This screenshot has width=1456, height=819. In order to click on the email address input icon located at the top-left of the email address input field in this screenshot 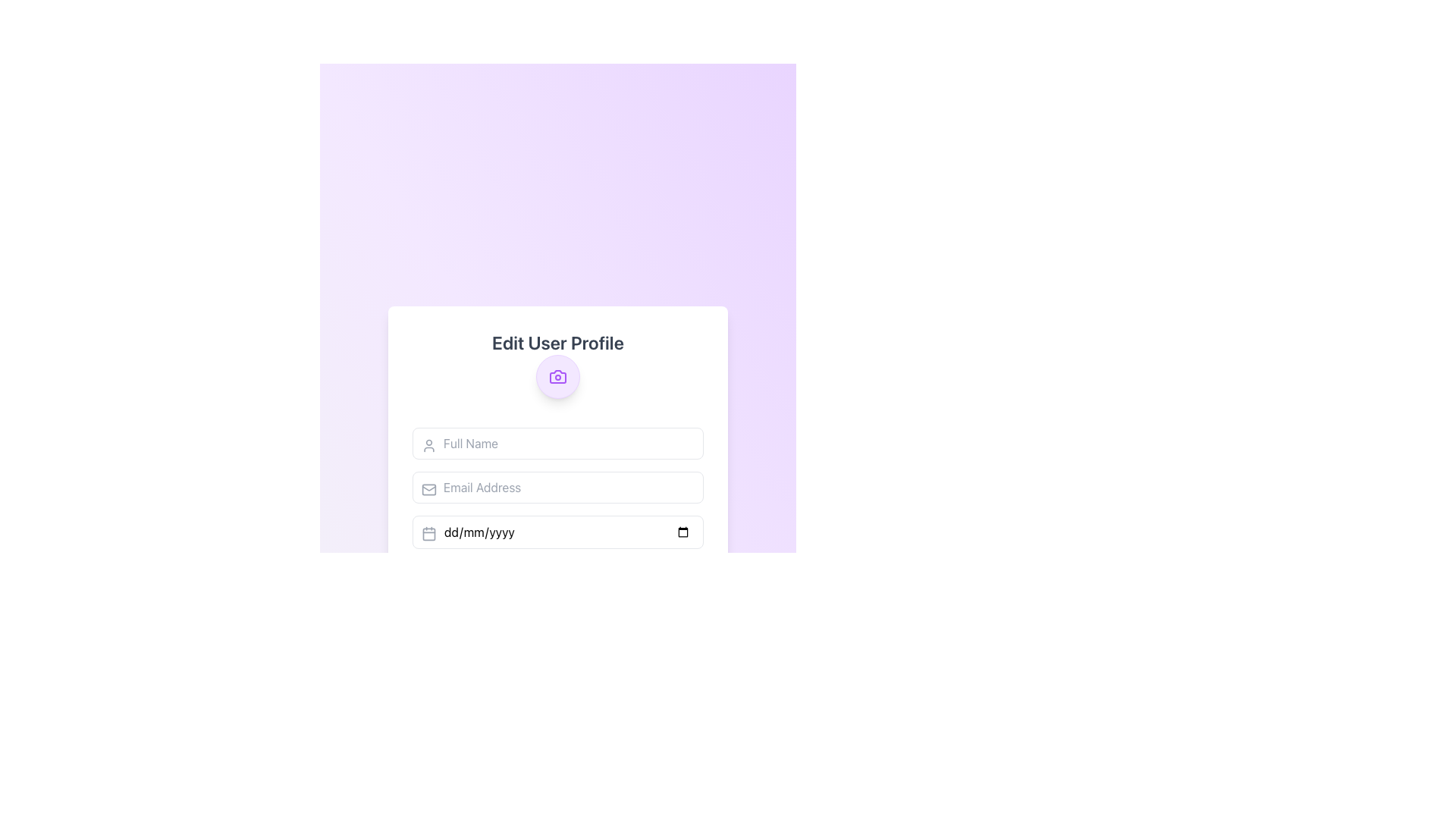, I will do `click(428, 489)`.